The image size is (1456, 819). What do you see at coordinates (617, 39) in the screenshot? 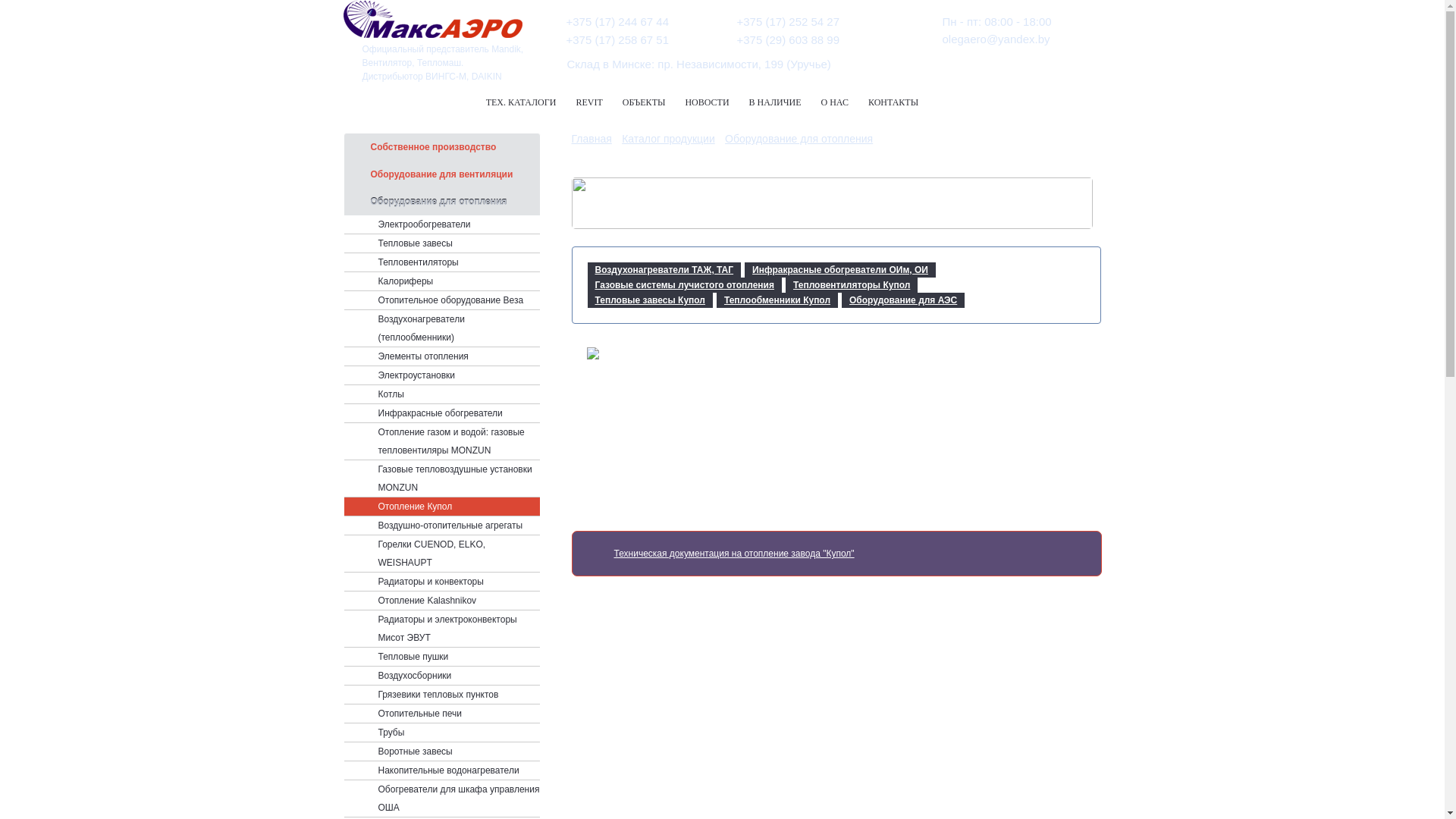
I see `'+375 (17) 258 67 51'` at bounding box center [617, 39].